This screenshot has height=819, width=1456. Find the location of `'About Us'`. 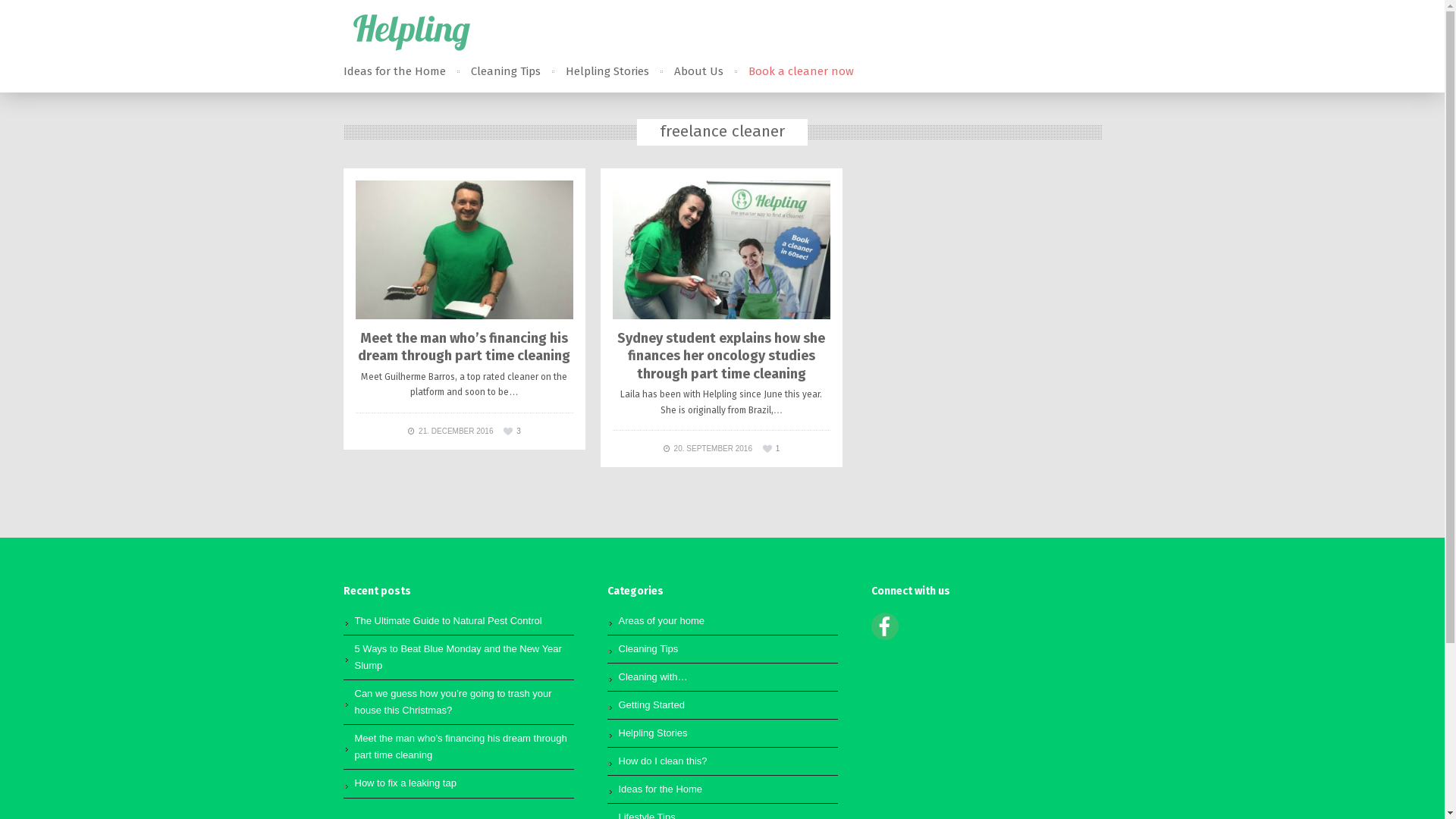

'About Us' is located at coordinates (697, 71).